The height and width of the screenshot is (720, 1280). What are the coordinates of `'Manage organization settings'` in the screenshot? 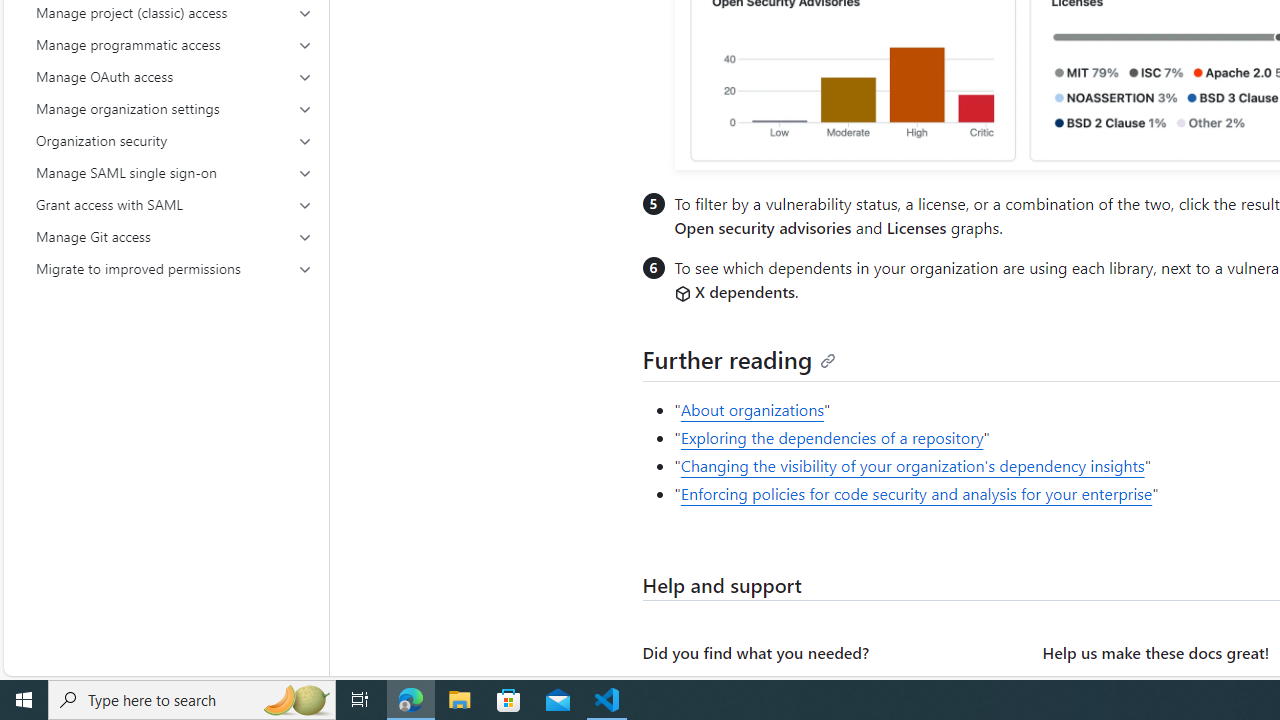 It's located at (174, 109).